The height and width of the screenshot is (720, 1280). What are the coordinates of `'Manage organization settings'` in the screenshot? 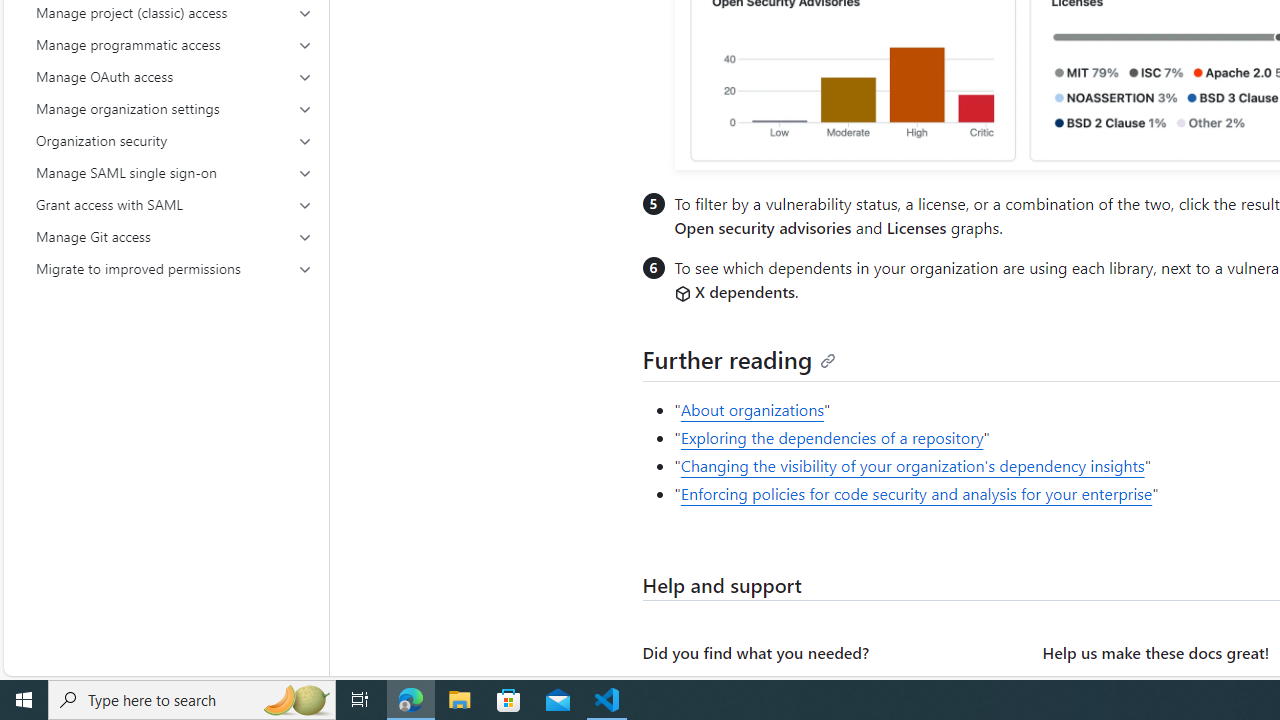 It's located at (174, 109).